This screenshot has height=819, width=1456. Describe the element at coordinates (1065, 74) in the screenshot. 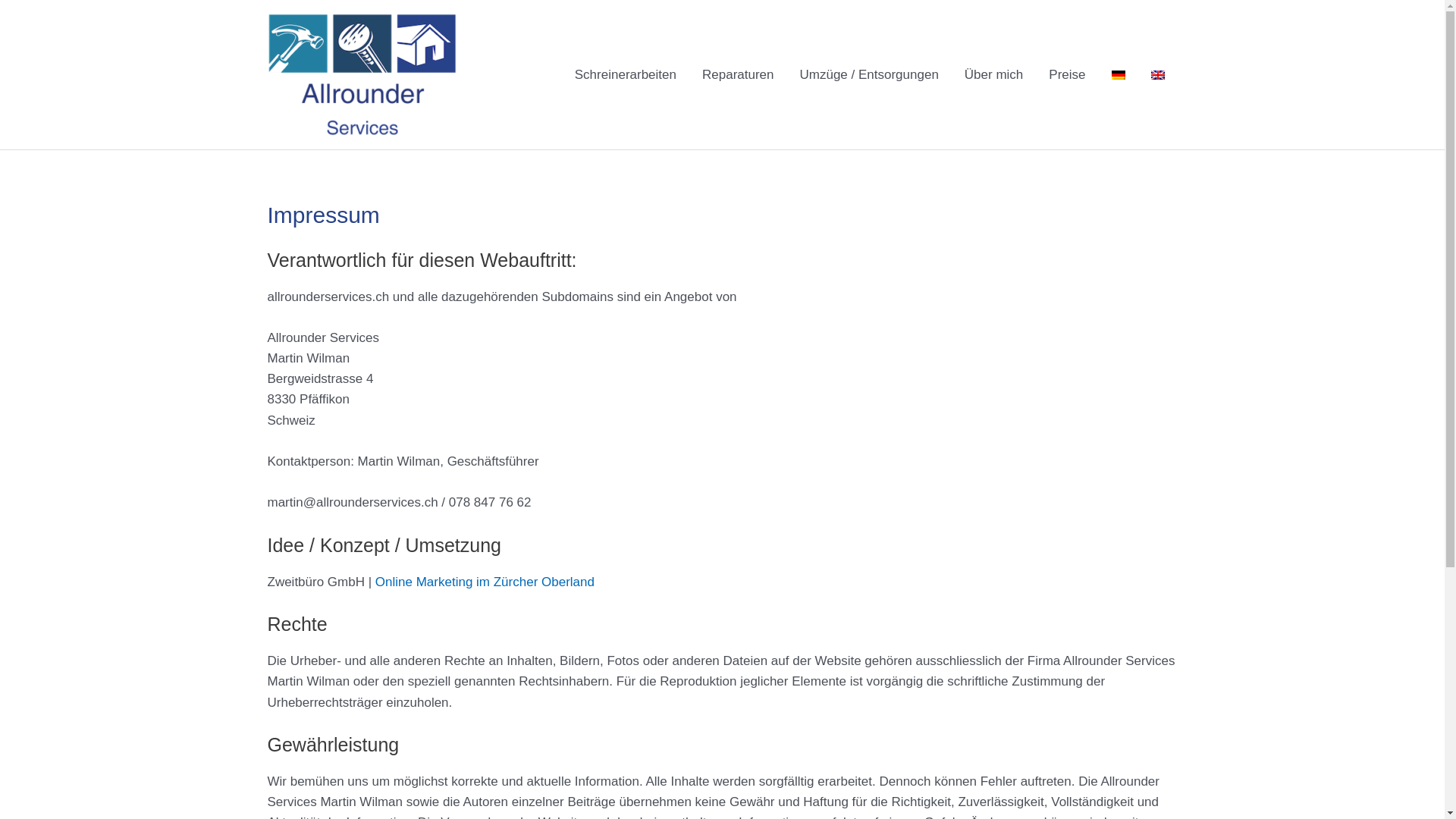

I see `'Preise'` at that location.